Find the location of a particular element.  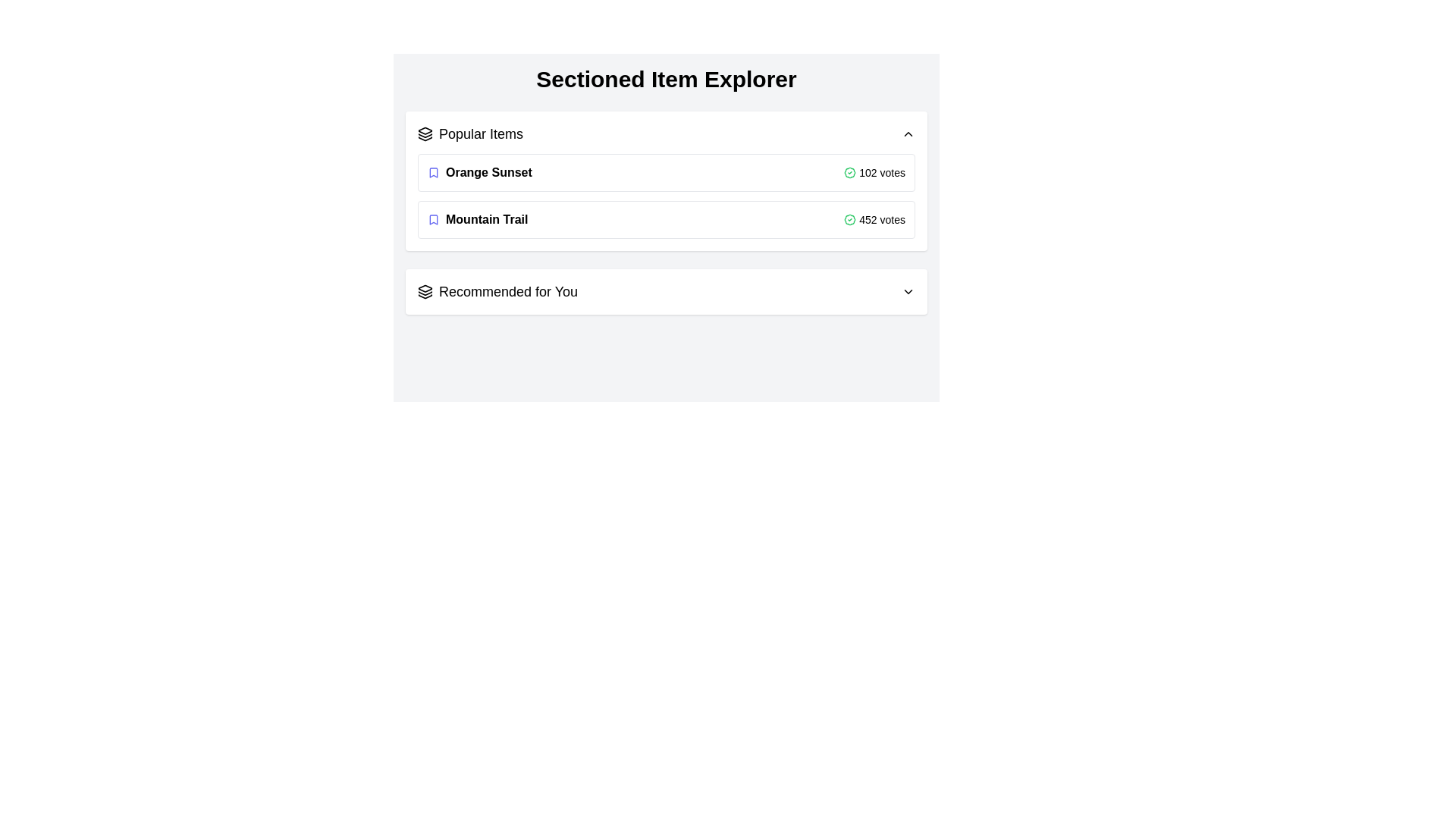

the icon that serves as a visual cue for 'Recommended for You', located to the left of the corresponding text in the header section is located at coordinates (425, 292).